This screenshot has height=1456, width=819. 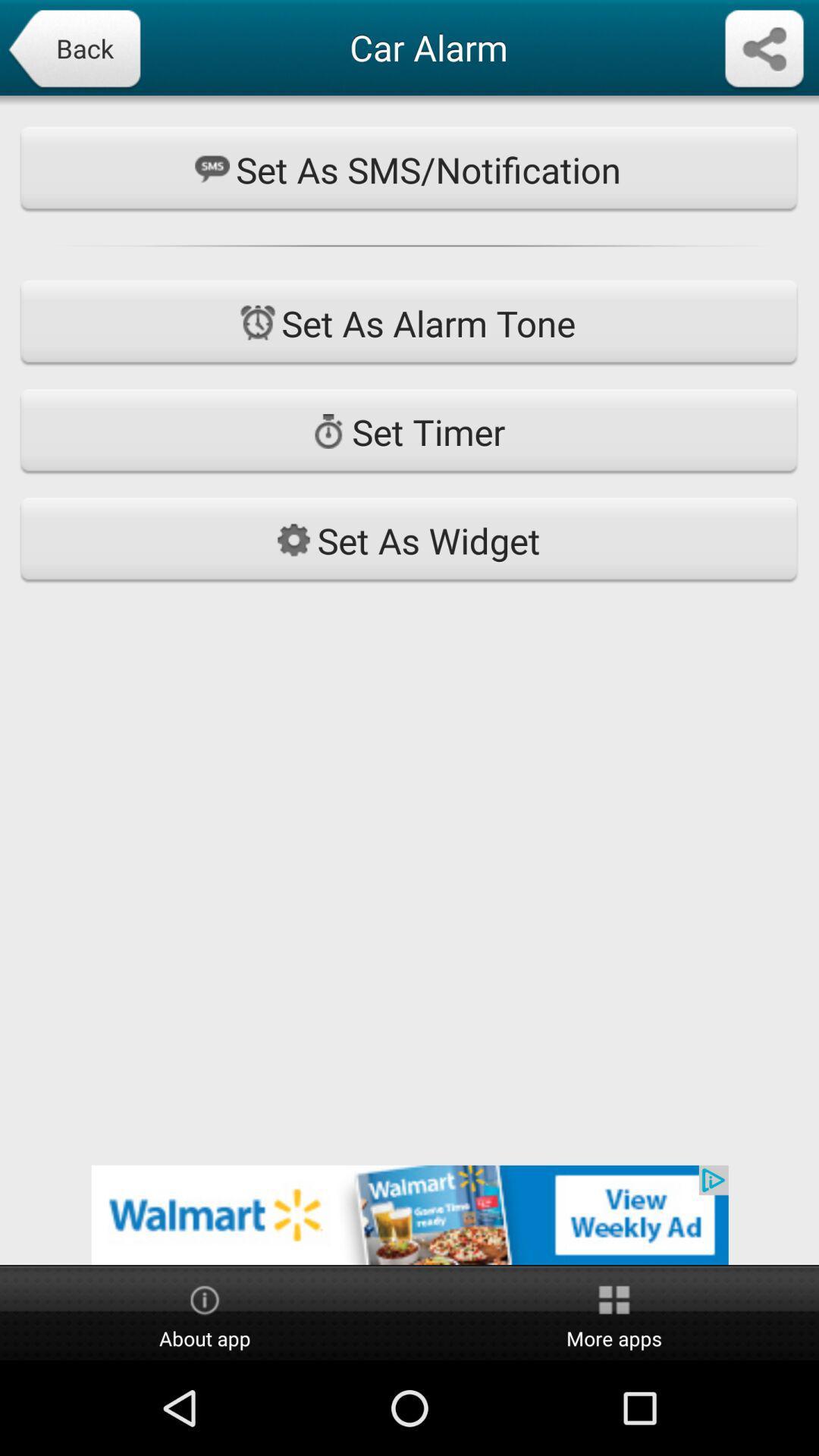 I want to click on share the page, so click(x=764, y=50).